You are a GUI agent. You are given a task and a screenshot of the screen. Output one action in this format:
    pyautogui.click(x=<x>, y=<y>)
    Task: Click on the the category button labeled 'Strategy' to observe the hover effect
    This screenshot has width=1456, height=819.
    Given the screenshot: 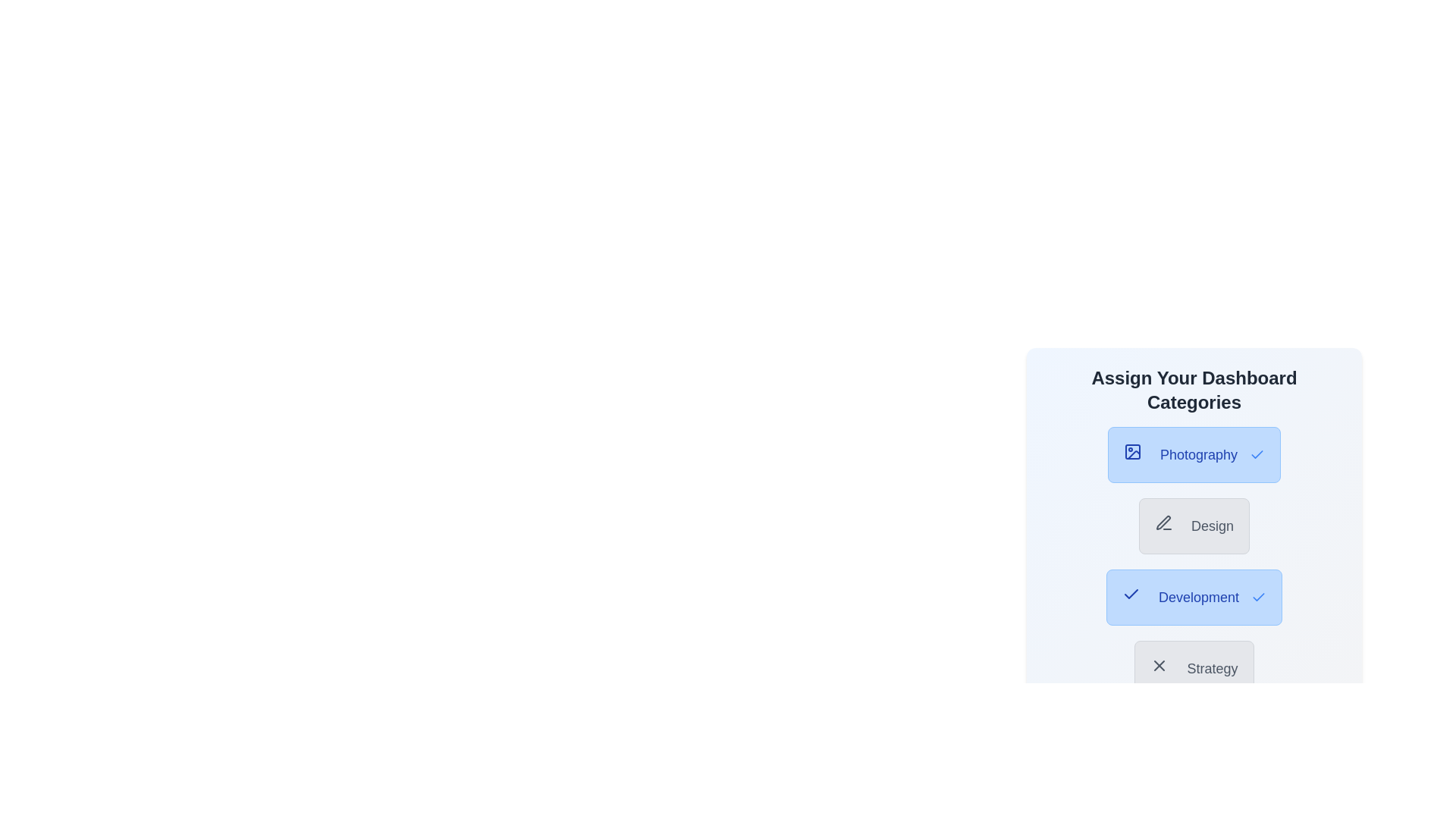 What is the action you would take?
    pyautogui.click(x=1193, y=668)
    